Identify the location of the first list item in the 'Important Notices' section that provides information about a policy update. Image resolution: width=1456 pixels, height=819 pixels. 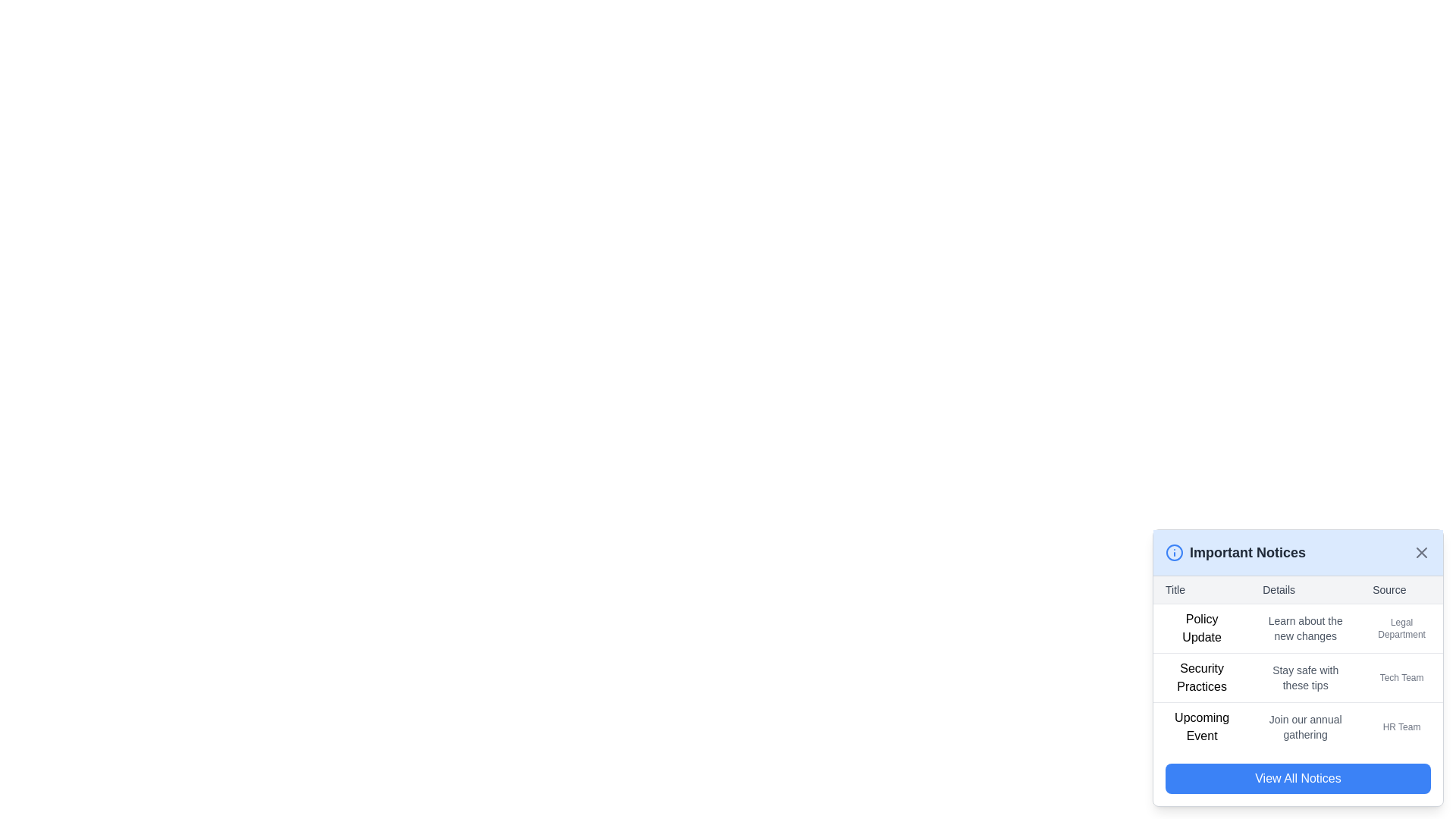
(1298, 629).